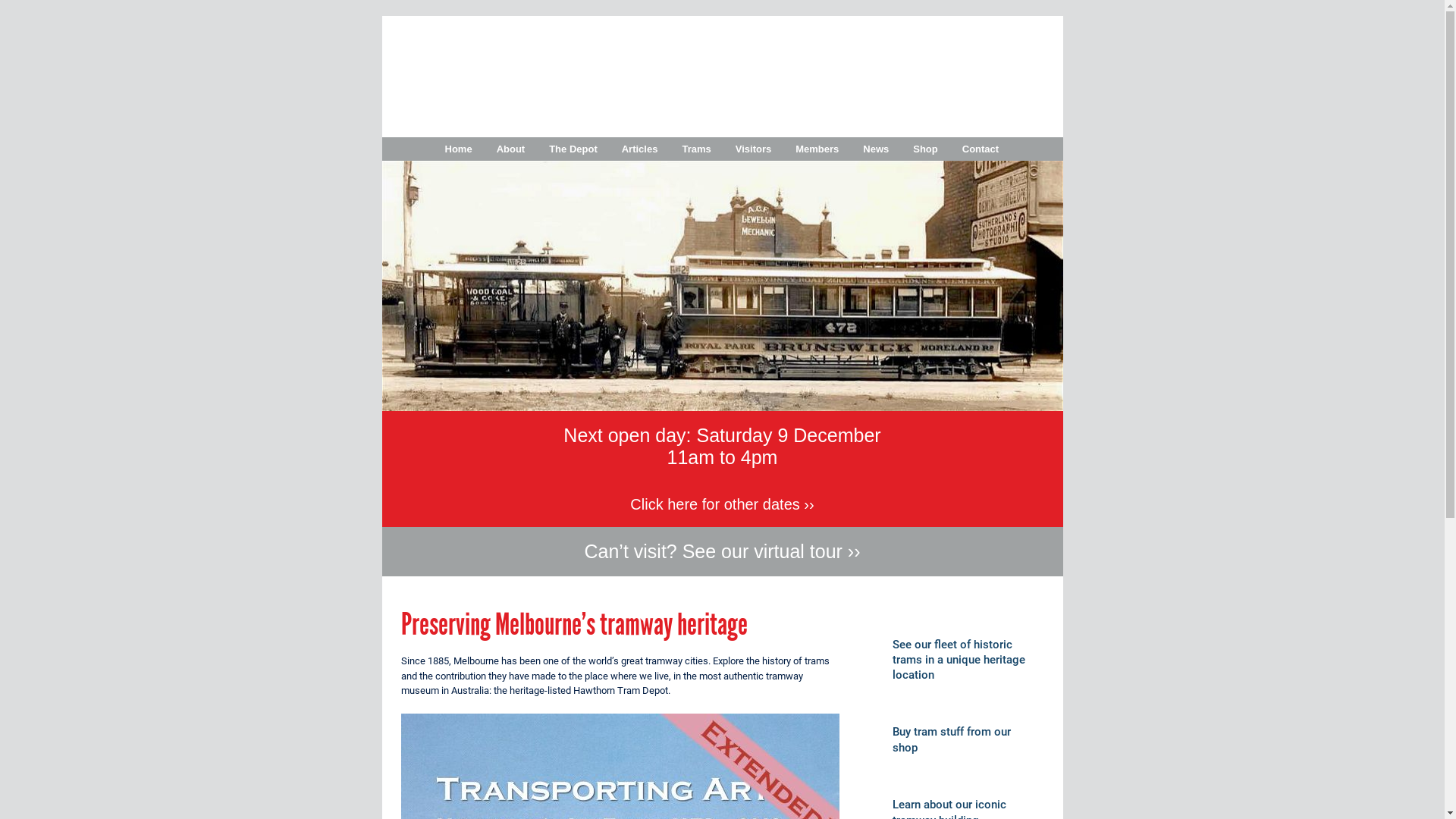  I want to click on 'Articles', so click(610, 149).